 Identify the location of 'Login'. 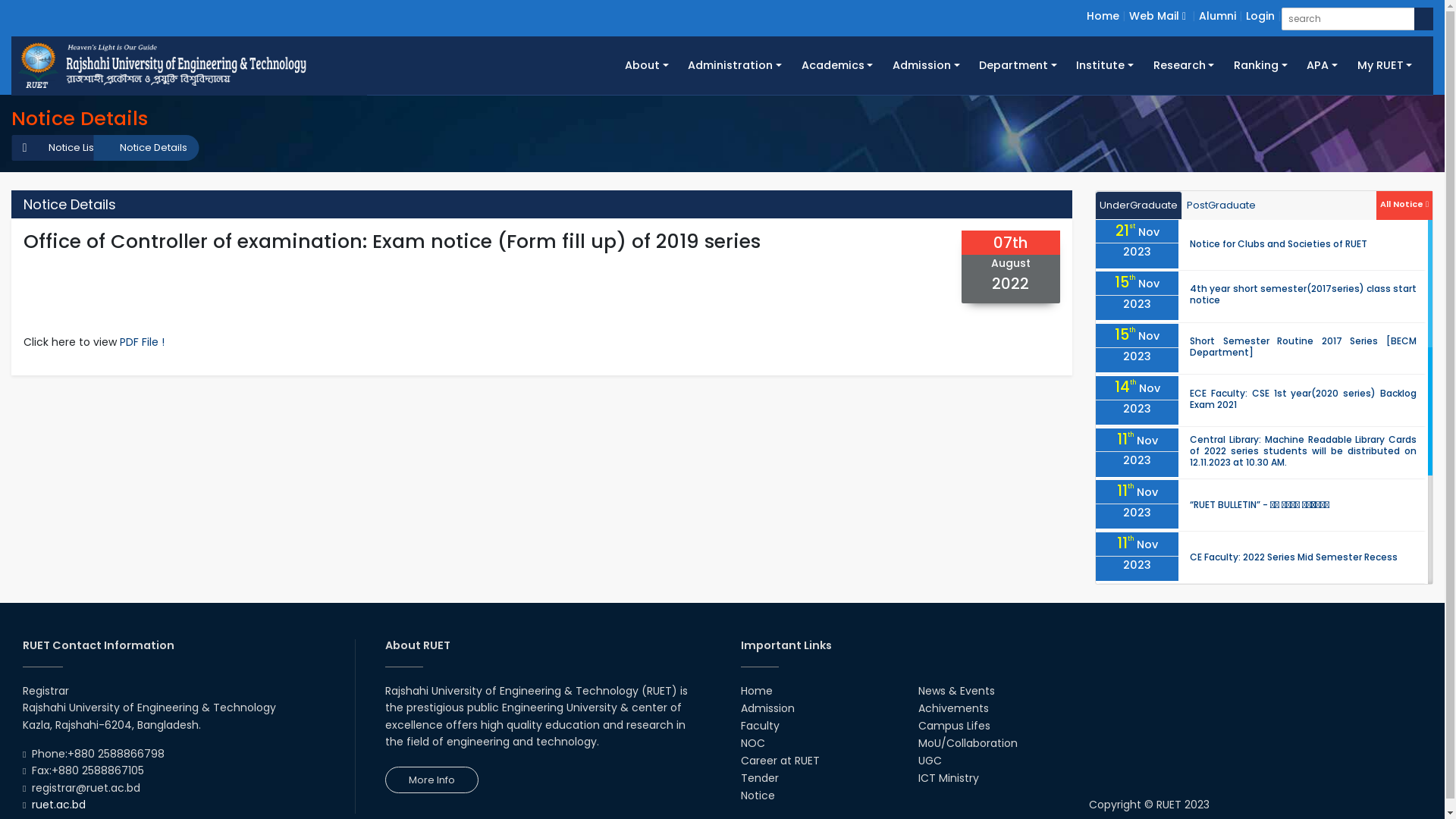
(1260, 15).